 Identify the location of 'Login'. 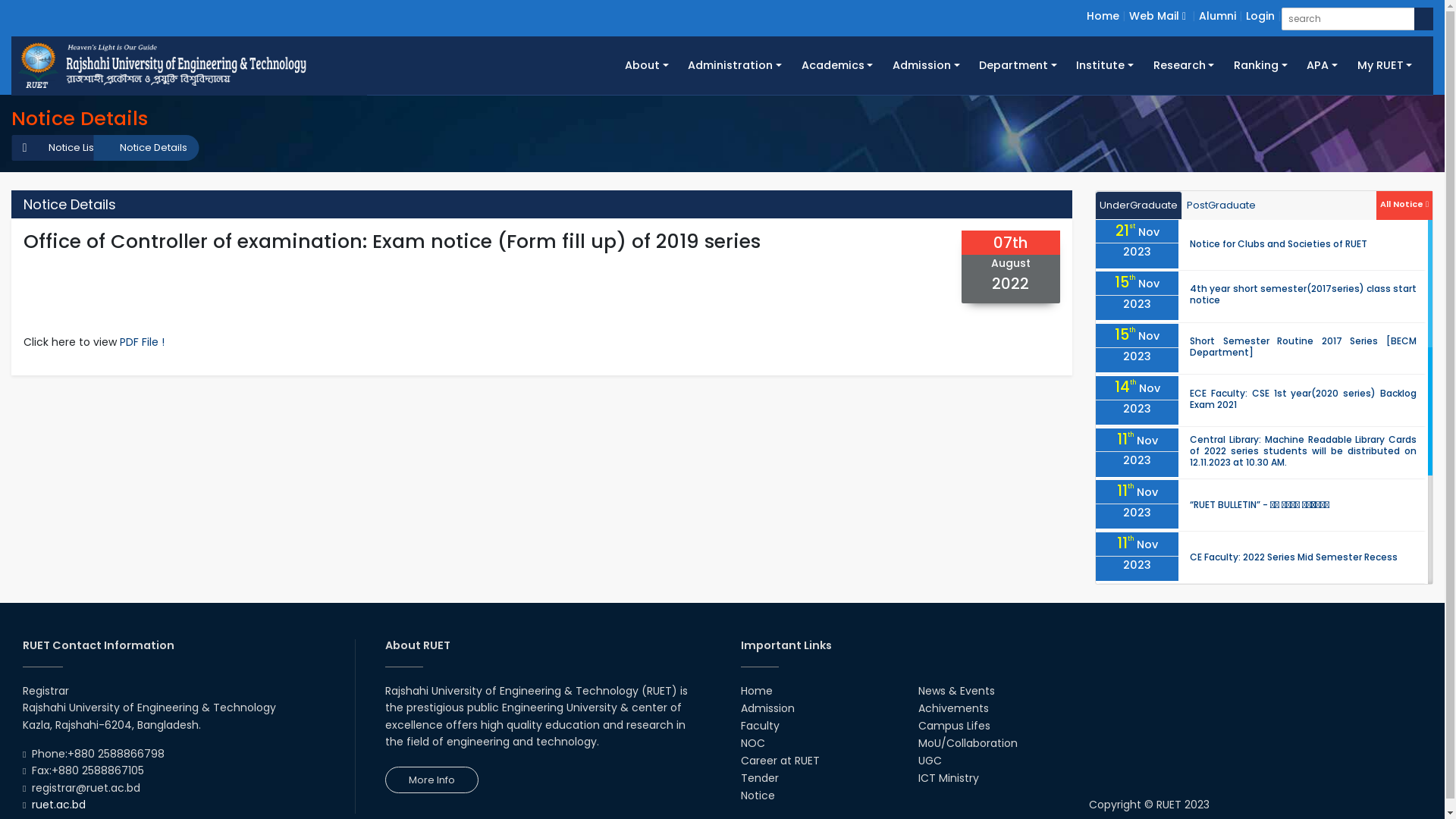
(1260, 15).